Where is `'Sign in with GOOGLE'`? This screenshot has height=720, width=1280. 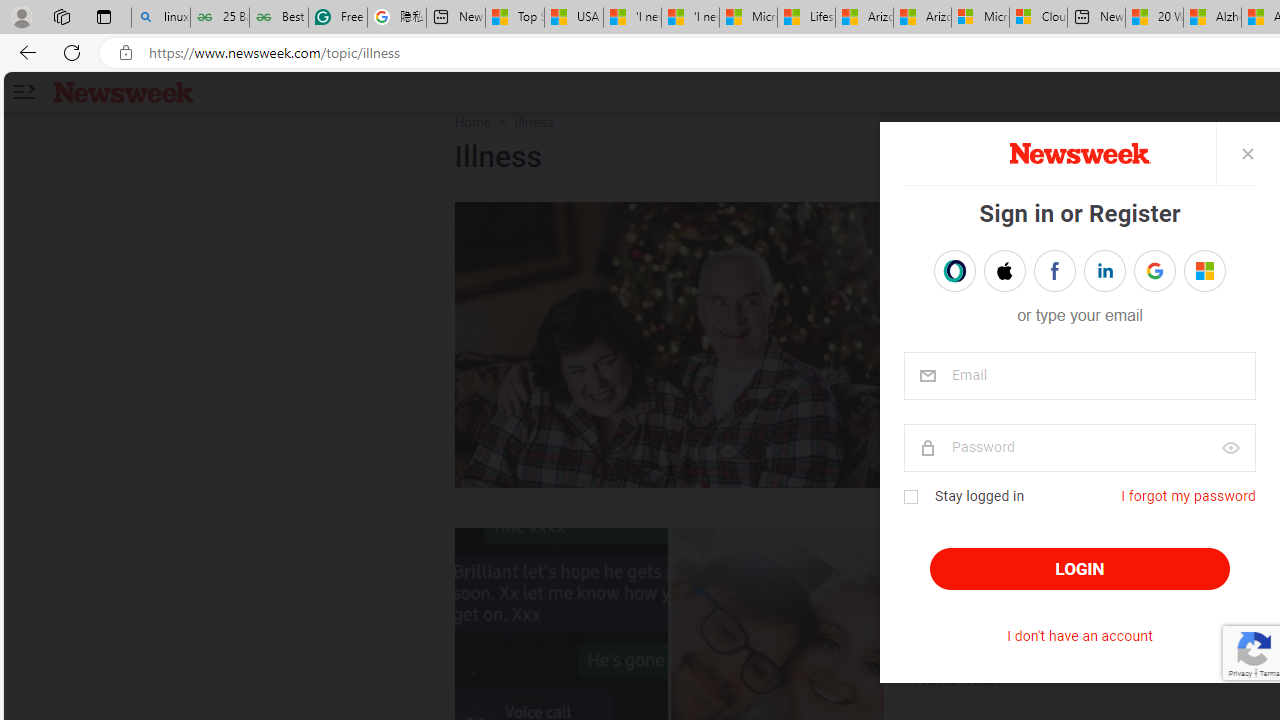
'Sign in with GOOGLE' is located at coordinates (1154, 271).